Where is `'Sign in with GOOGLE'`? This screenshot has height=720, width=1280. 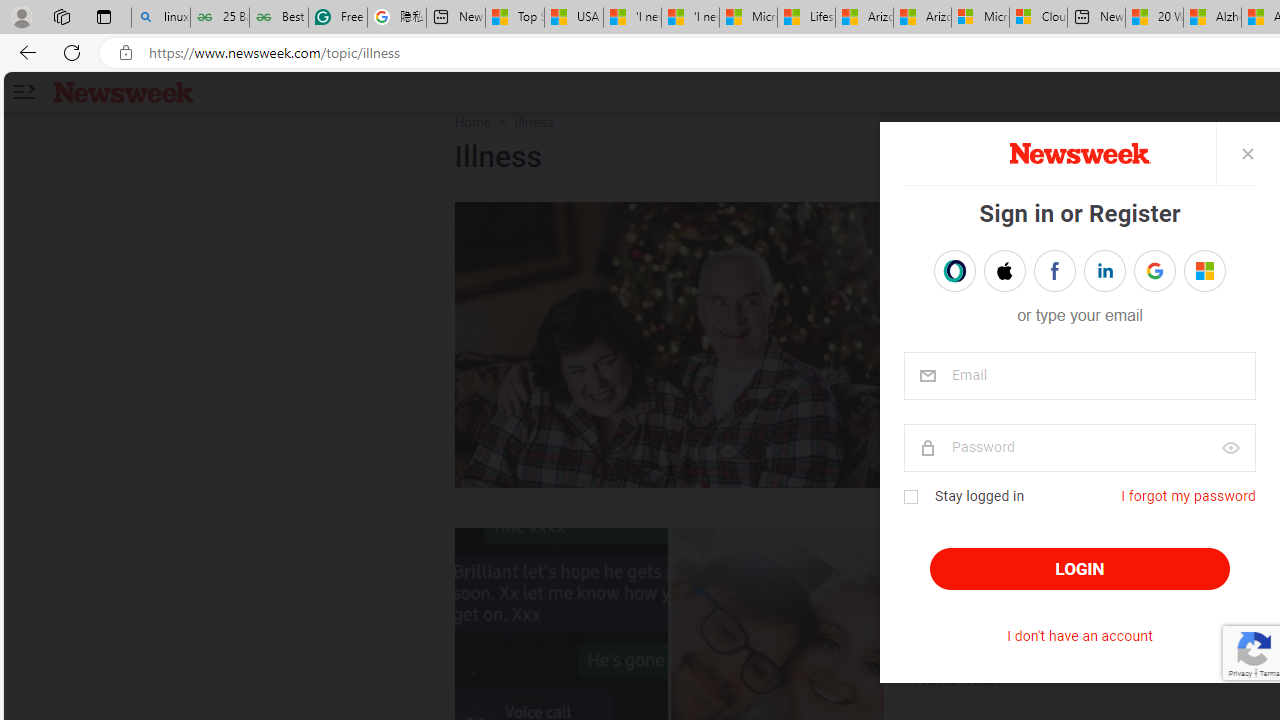
'Sign in with GOOGLE' is located at coordinates (1154, 271).